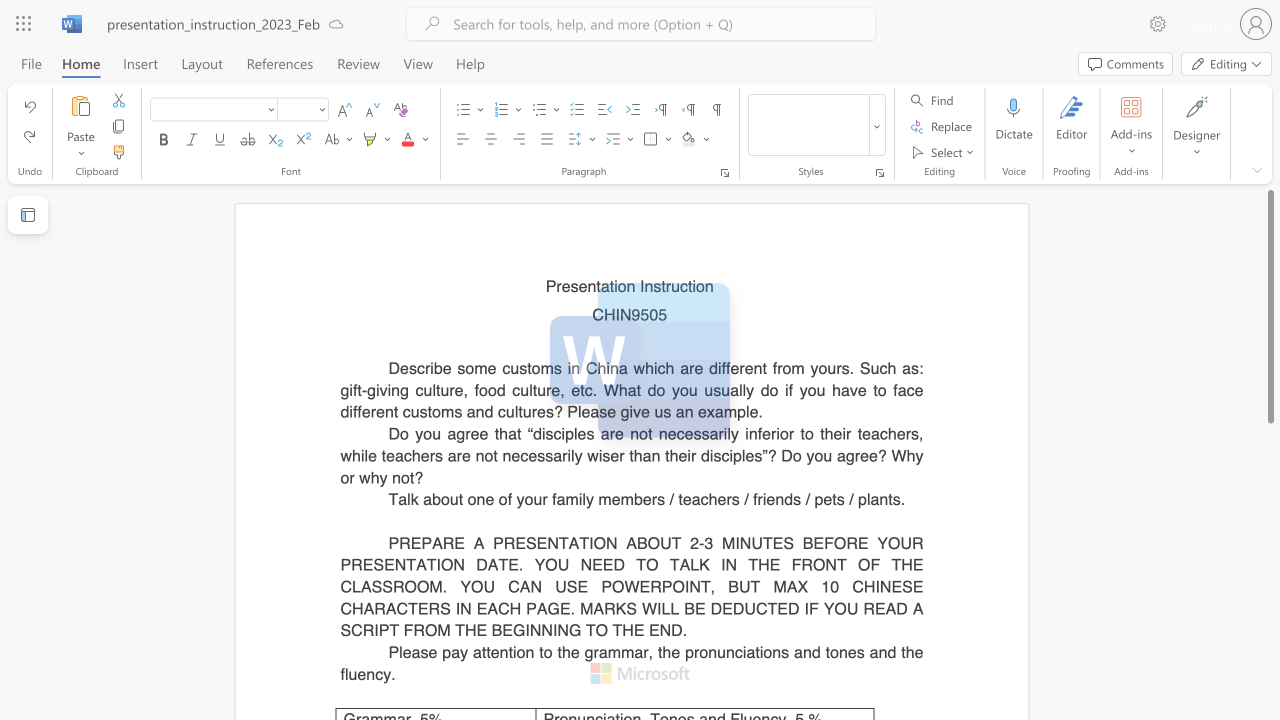  What do you see at coordinates (1269, 490) in the screenshot?
I see `the scrollbar on the right side to scroll the page down` at bounding box center [1269, 490].